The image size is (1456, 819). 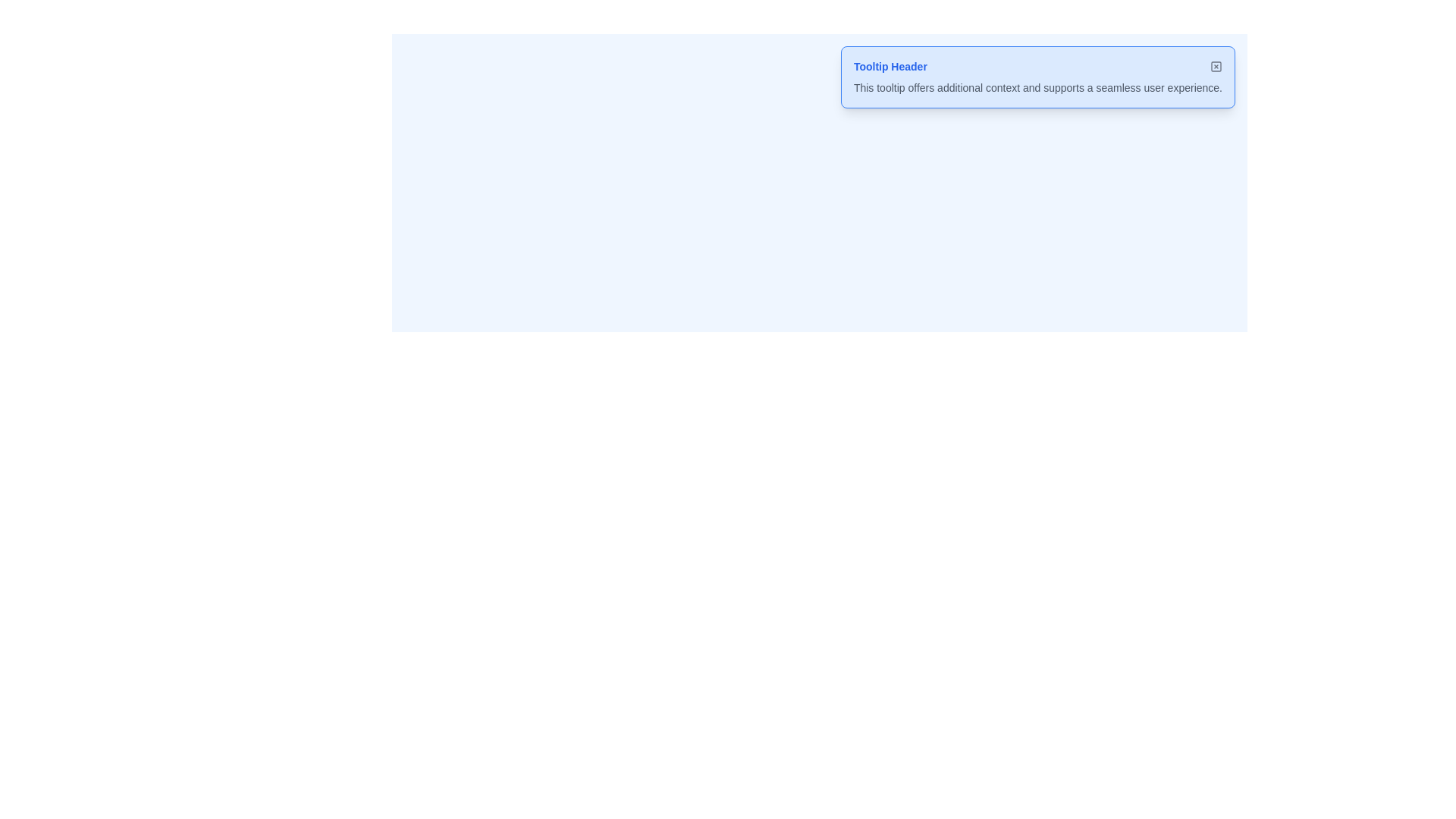 What do you see at coordinates (1216, 66) in the screenshot?
I see `the close button represented by an 'x' icon located in the top-right corner of the blue tooltip box` at bounding box center [1216, 66].